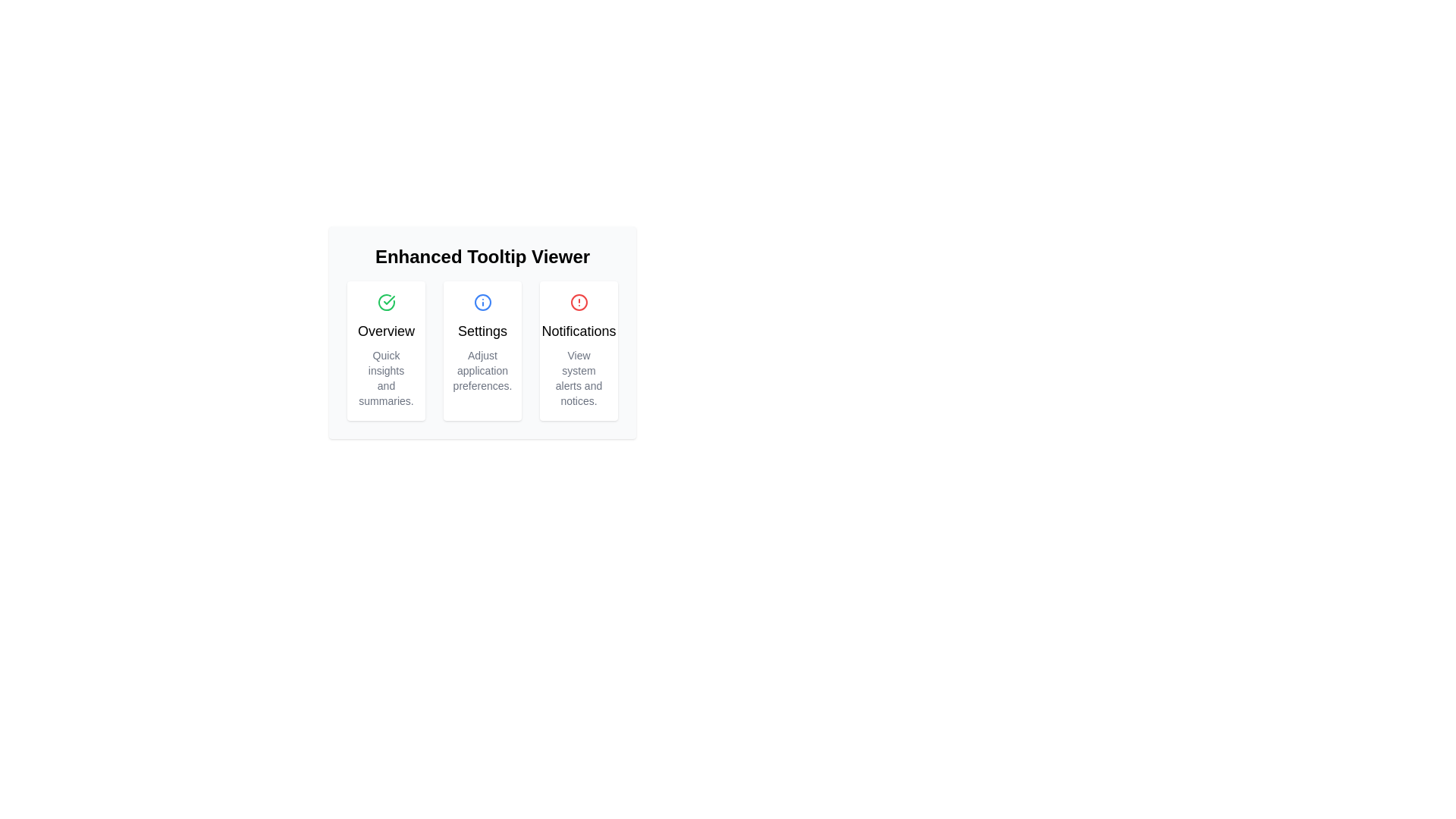 Image resolution: width=1456 pixels, height=819 pixels. What do you see at coordinates (482, 371) in the screenshot?
I see `text content of the light gray text block that says 'Adjust application preferences.' located within the 'Settings' card` at bounding box center [482, 371].